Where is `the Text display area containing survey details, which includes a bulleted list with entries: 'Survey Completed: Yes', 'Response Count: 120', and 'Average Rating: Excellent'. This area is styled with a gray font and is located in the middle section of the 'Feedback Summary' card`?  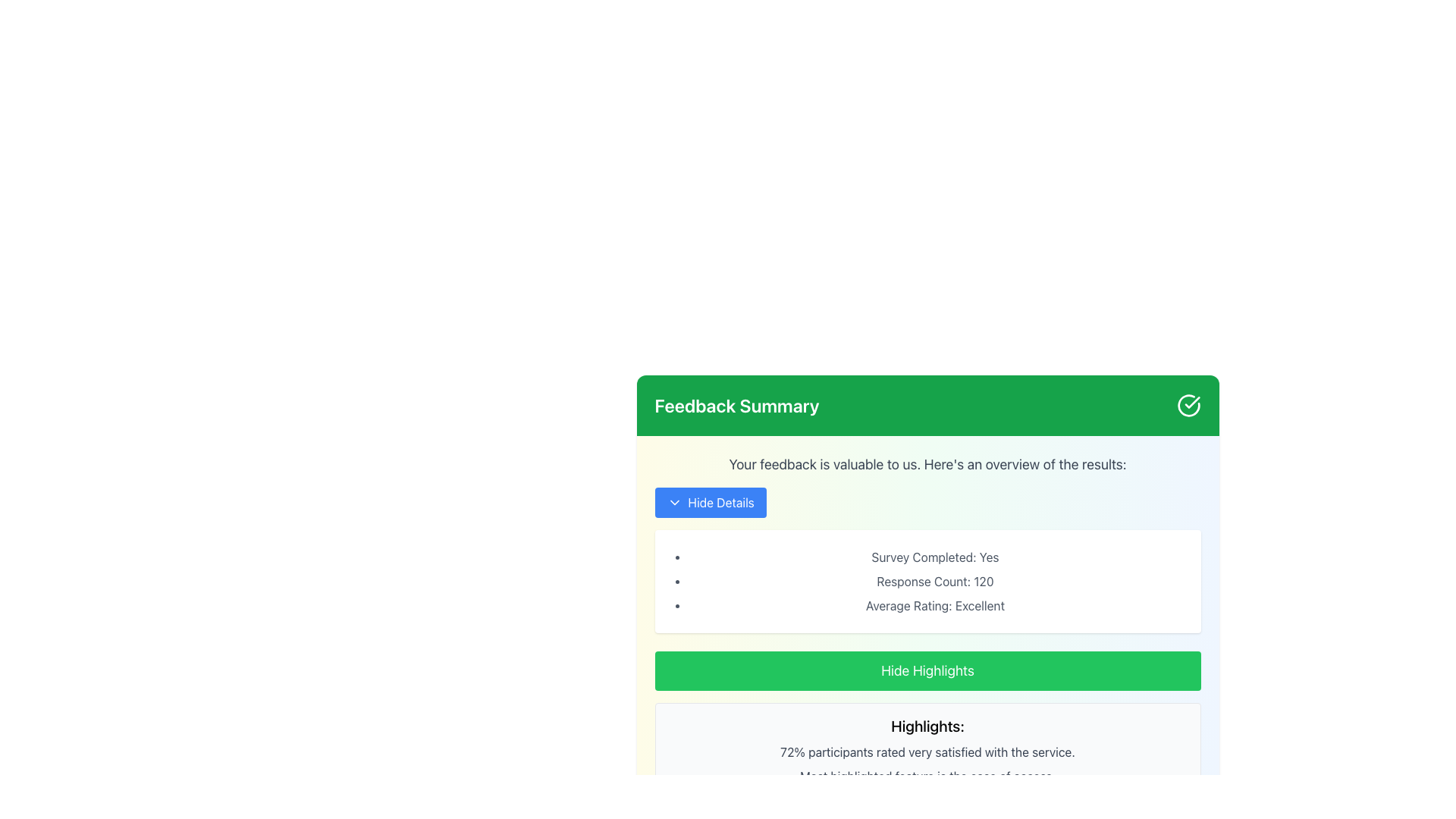 the Text display area containing survey details, which includes a bulleted list with entries: 'Survey Completed: Yes', 'Response Count: 120', and 'Average Rating: Excellent'. This area is styled with a gray font and is located in the middle section of the 'Feedback Summary' card is located at coordinates (927, 581).